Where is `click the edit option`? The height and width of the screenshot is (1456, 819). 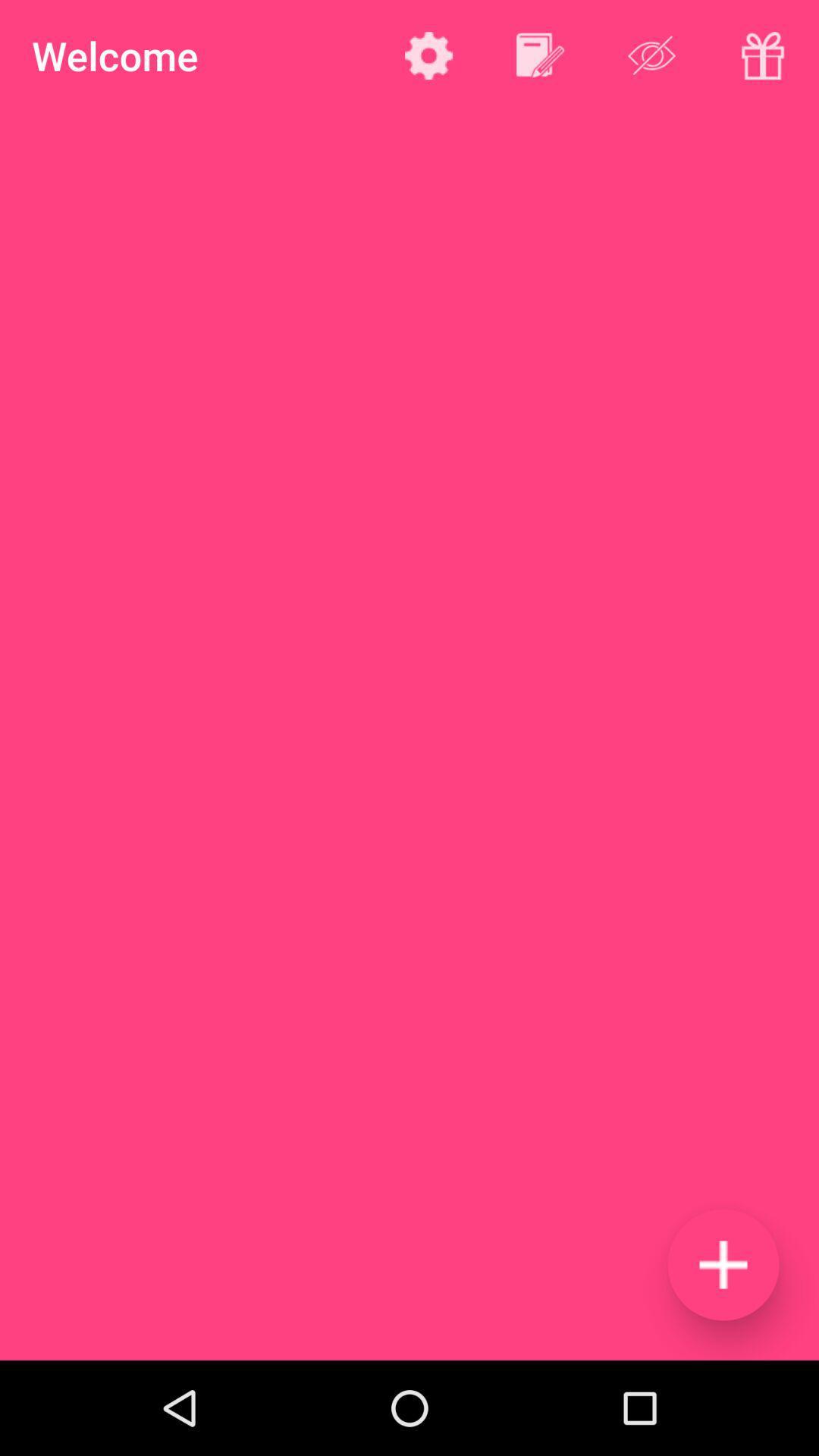
click the edit option is located at coordinates (539, 55).